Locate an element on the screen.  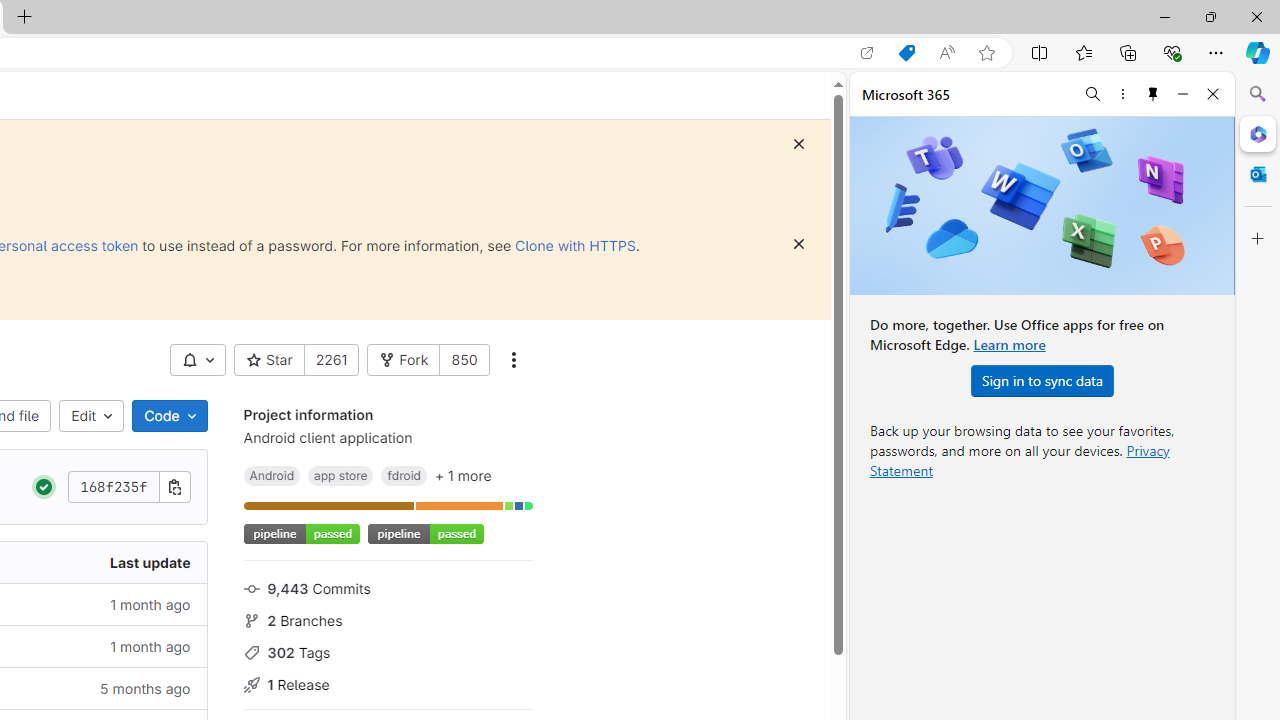
'Class: s16 icon gl-mr-3 gl-text-gray-500' is located at coordinates (250, 684).